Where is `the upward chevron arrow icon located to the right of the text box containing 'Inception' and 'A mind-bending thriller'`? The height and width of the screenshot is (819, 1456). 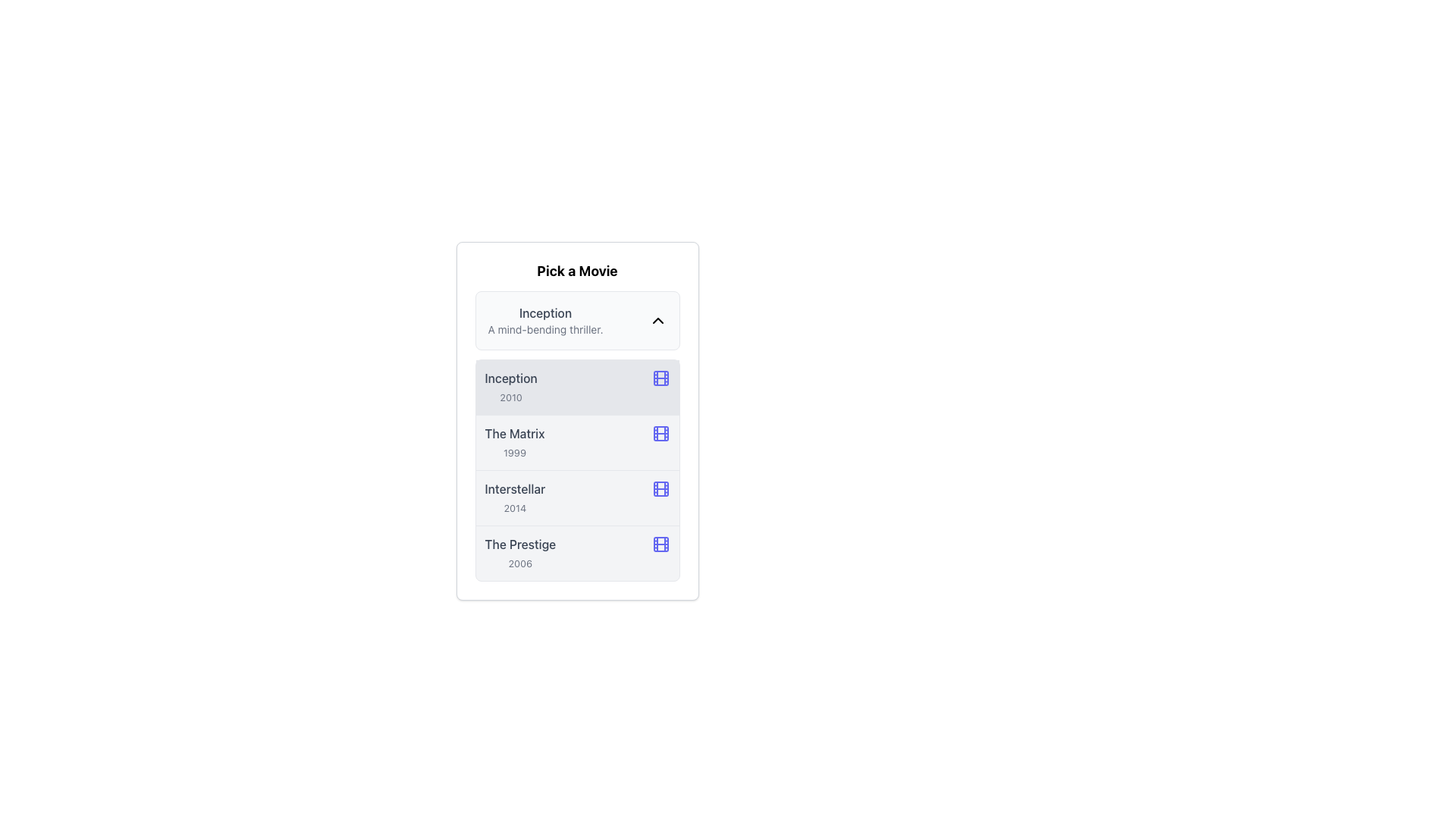 the upward chevron arrow icon located to the right of the text box containing 'Inception' and 'A mind-bending thriller' is located at coordinates (657, 320).